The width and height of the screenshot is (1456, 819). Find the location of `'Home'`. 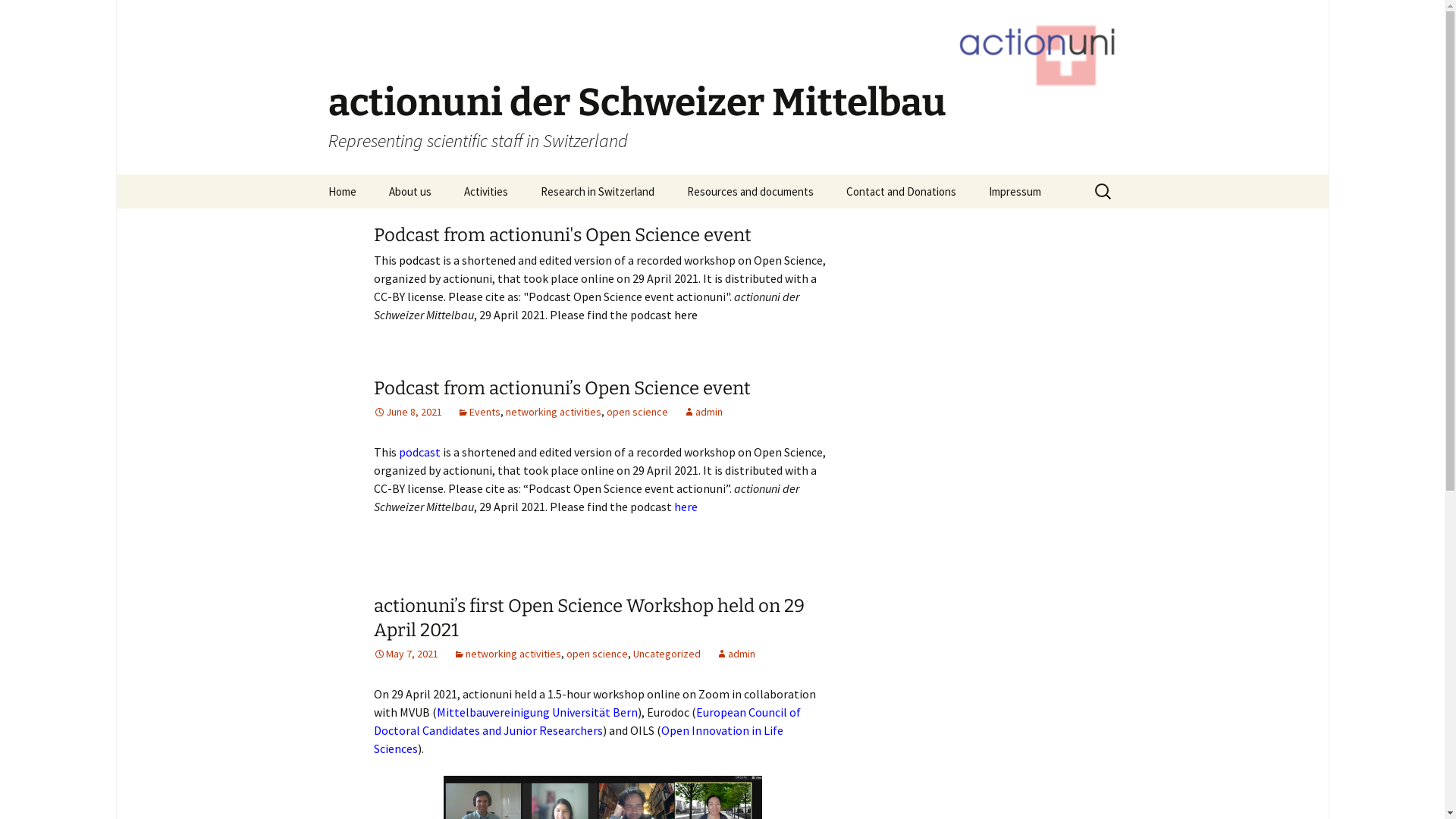

'Home' is located at coordinates (312, 190).